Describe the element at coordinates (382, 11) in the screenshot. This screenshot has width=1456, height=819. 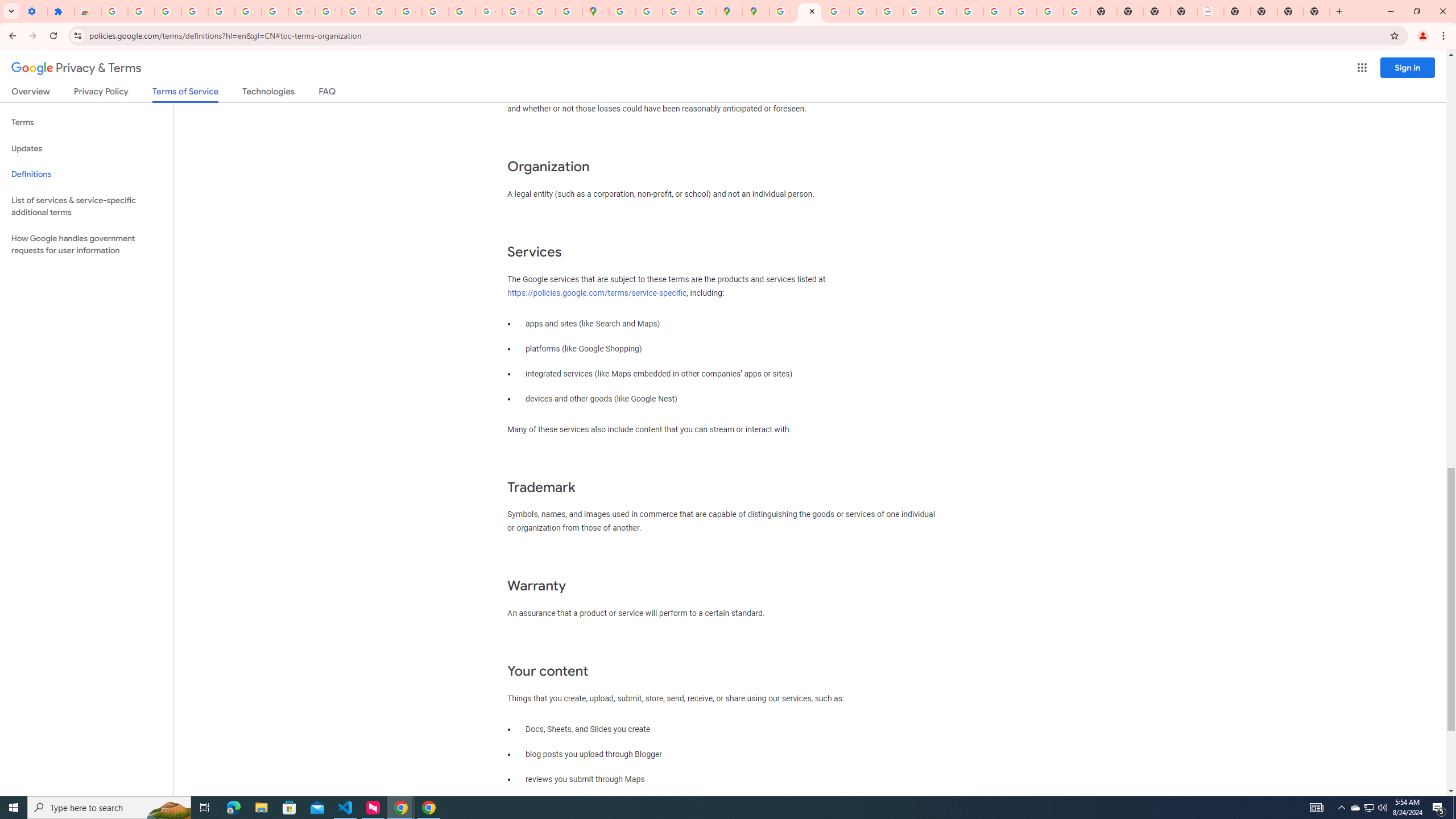
I see `'https://scholar.google.com/'` at that location.